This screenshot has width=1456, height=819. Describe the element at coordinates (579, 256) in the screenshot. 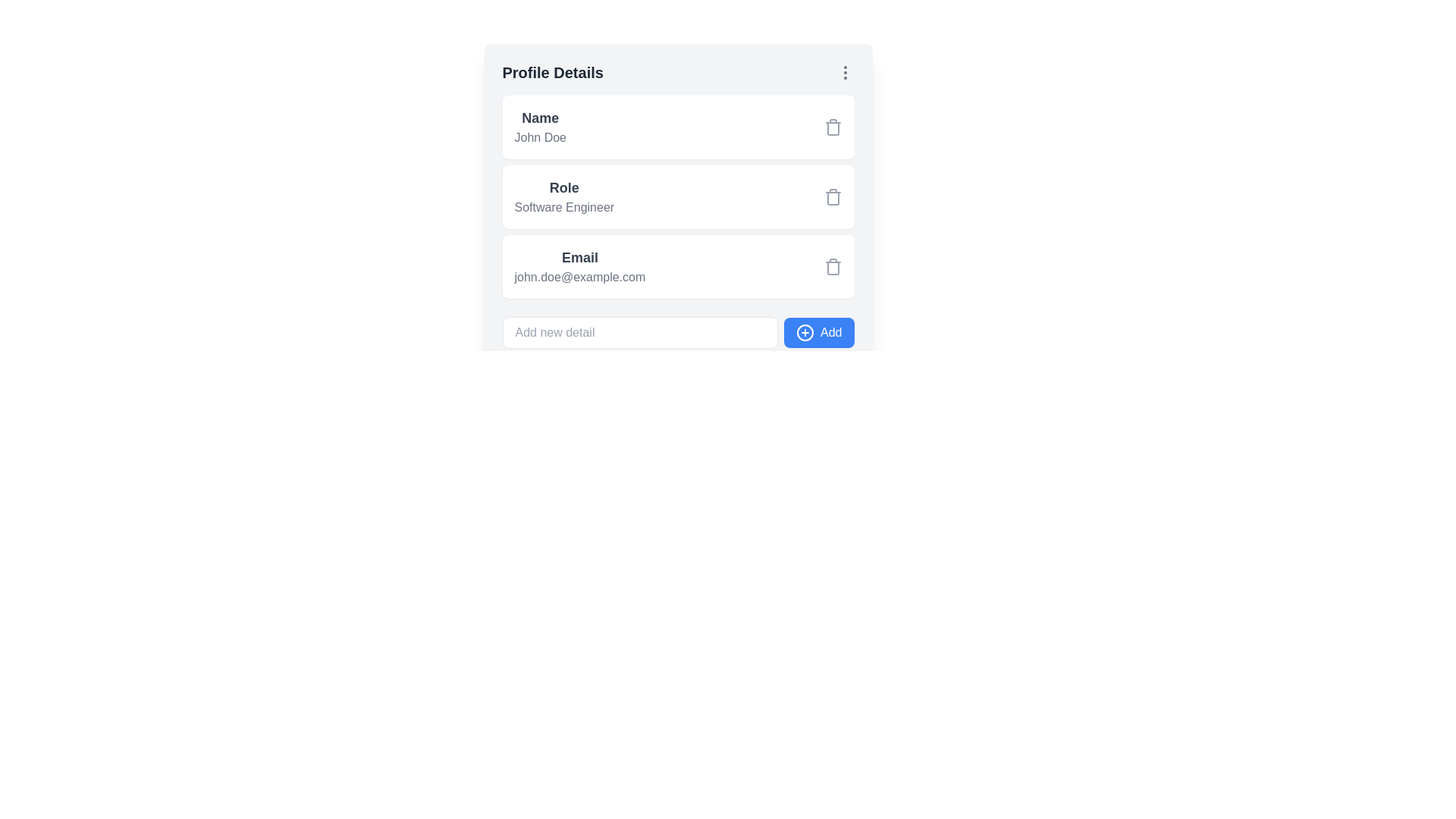

I see `the label that identifies the content 'john.doe@example.com' within the 'Profile Details' card section, which serves as a descriptor for the email address` at that location.